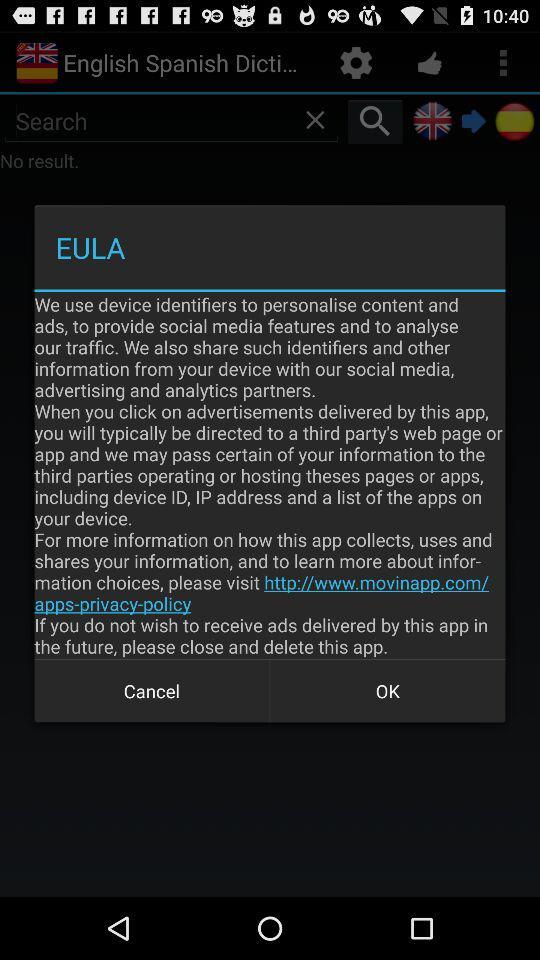 This screenshot has height=960, width=540. Describe the element at coordinates (151, 691) in the screenshot. I see `icon next to the ok item` at that location.